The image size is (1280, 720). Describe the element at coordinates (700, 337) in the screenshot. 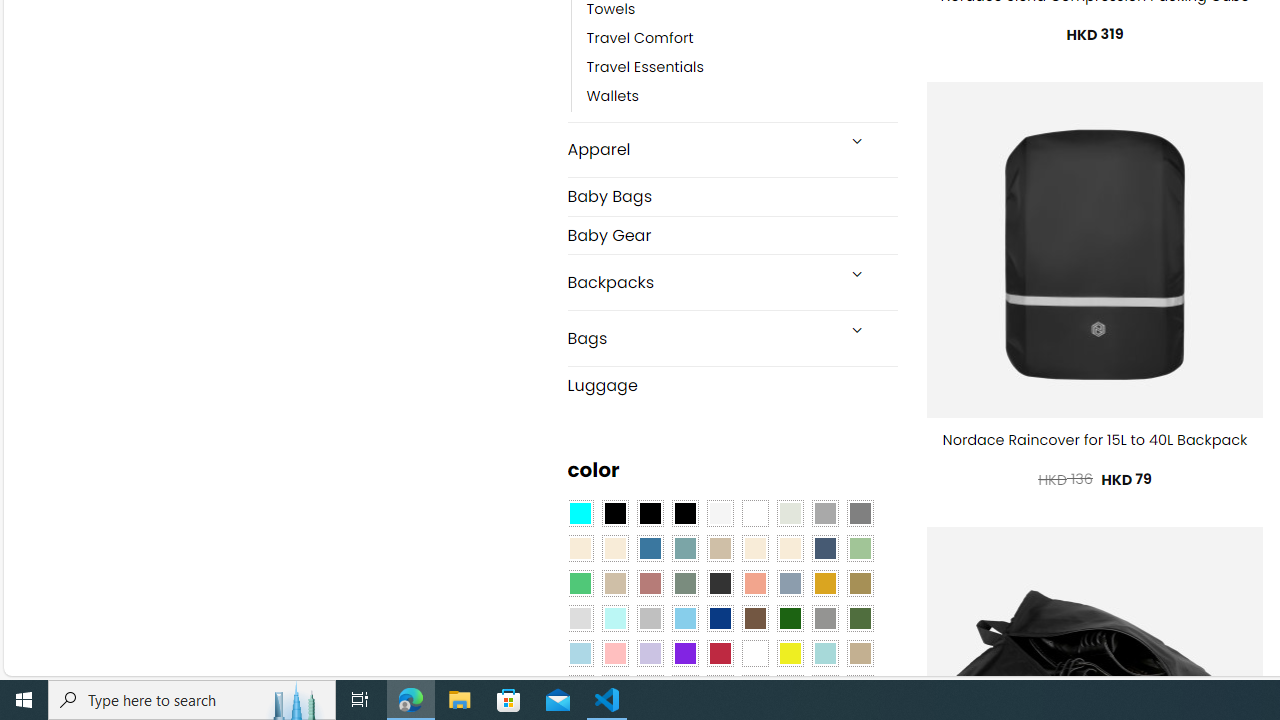

I see `'Bags'` at that location.